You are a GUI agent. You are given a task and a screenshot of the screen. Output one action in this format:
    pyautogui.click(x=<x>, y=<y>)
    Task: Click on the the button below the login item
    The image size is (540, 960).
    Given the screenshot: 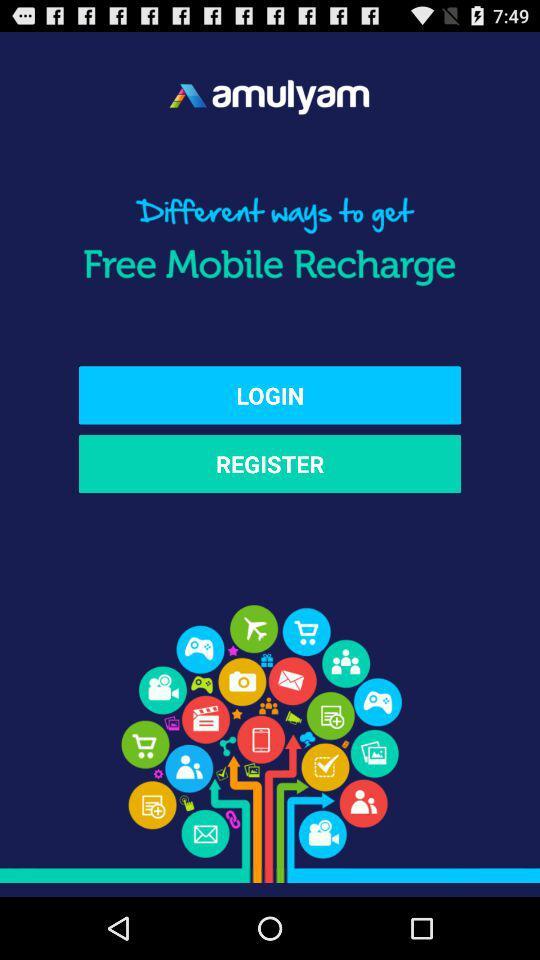 What is the action you would take?
    pyautogui.click(x=270, y=464)
    